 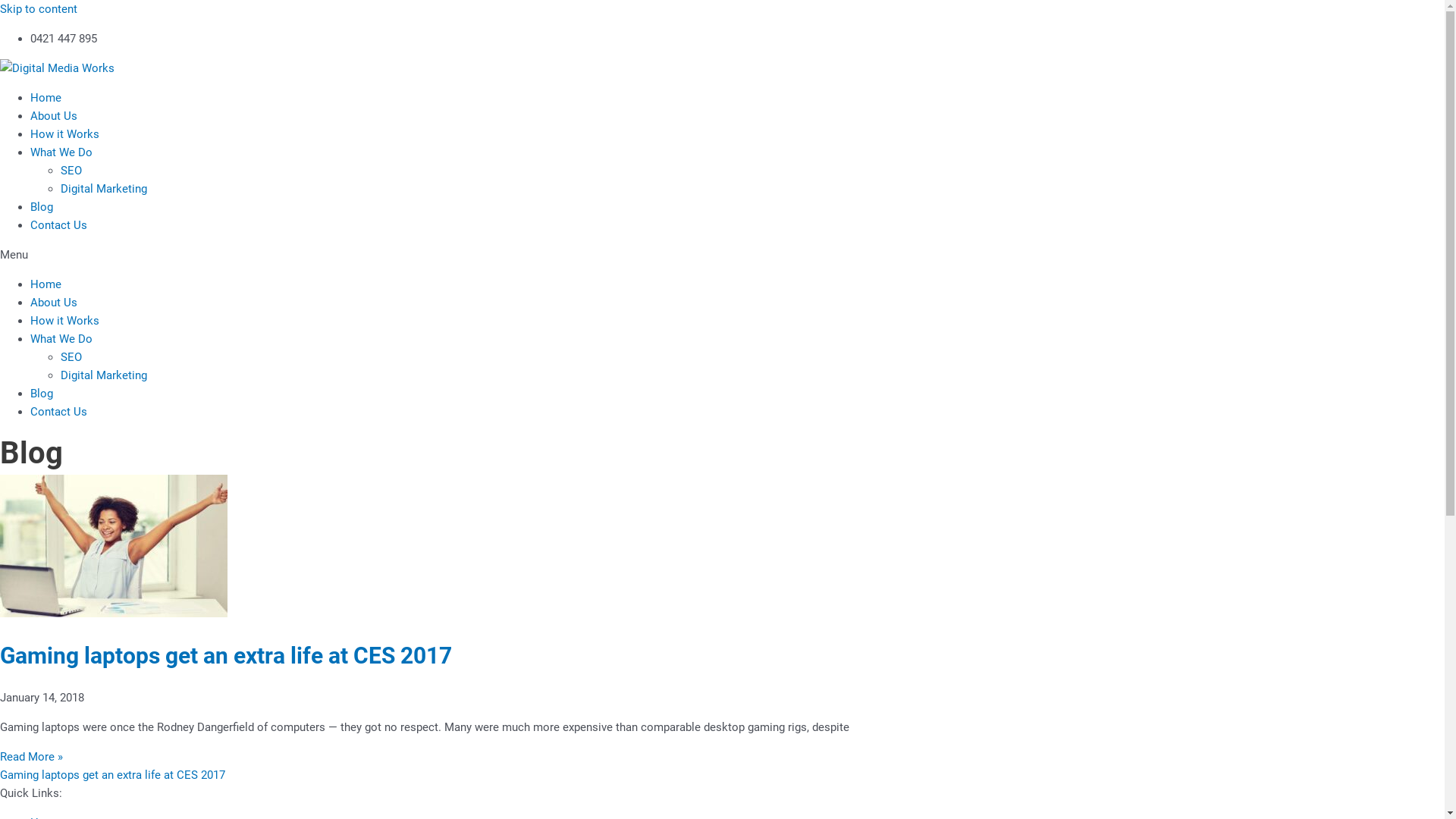 I want to click on 'Contact Us', so click(x=58, y=412).